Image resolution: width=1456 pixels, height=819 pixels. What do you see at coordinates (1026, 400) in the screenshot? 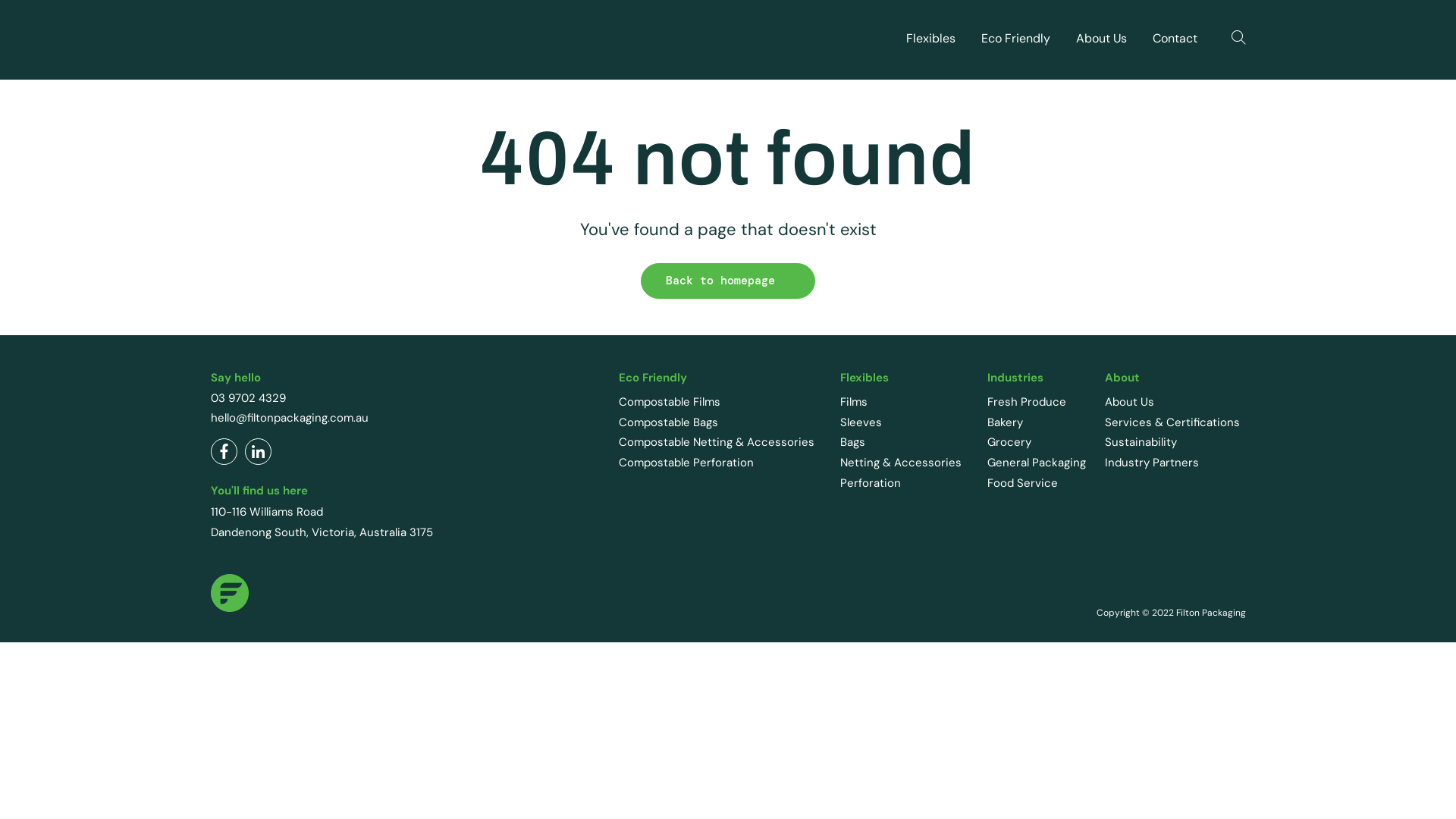
I see `'Fresh Produce'` at bounding box center [1026, 400].